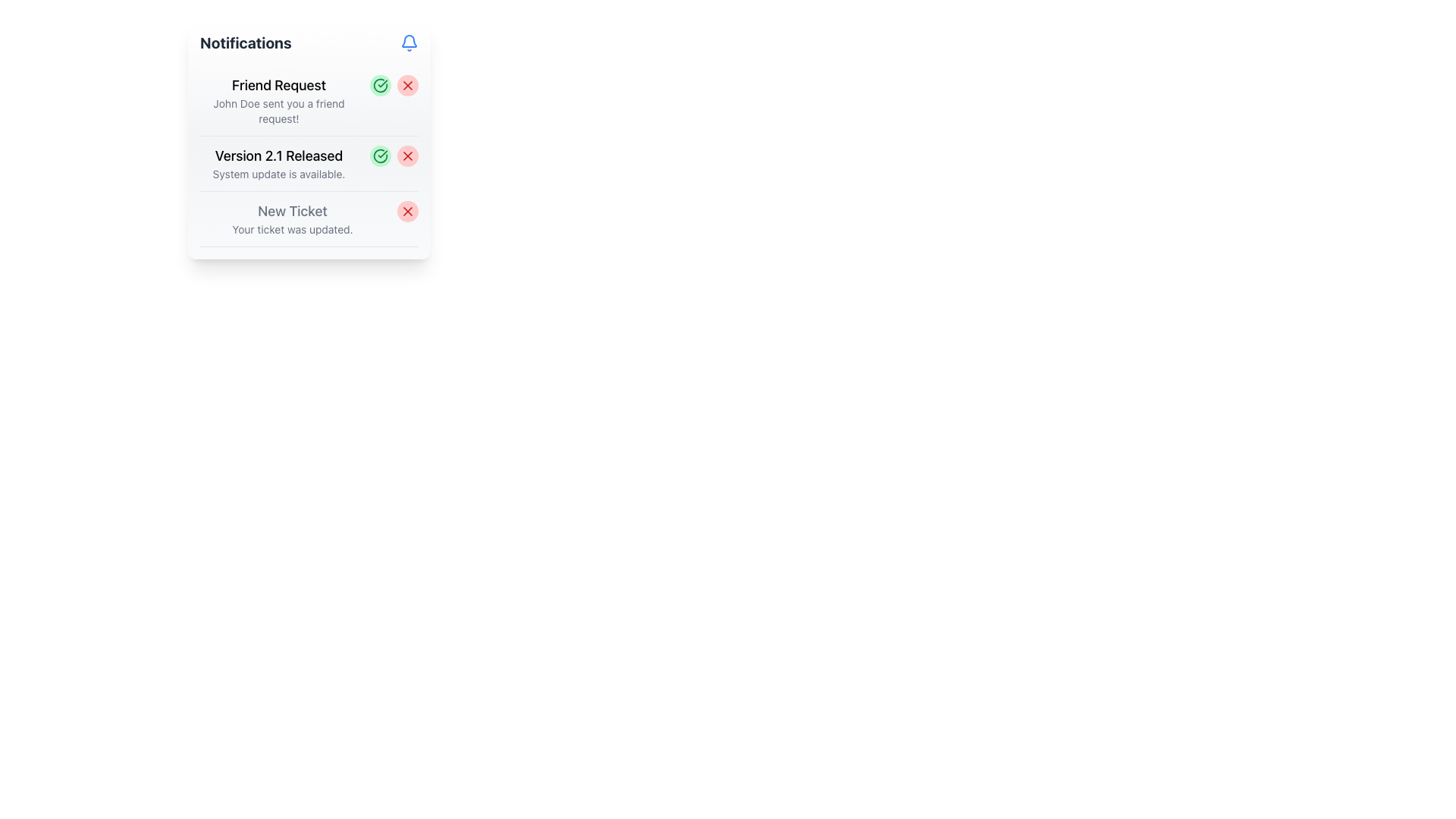 This screenshot has width=1456, height=819. Describe the element at coordinates (279, 85) in the screenshot. I see `the title 'Friend Request' in the notification header to highlight it` at that location.